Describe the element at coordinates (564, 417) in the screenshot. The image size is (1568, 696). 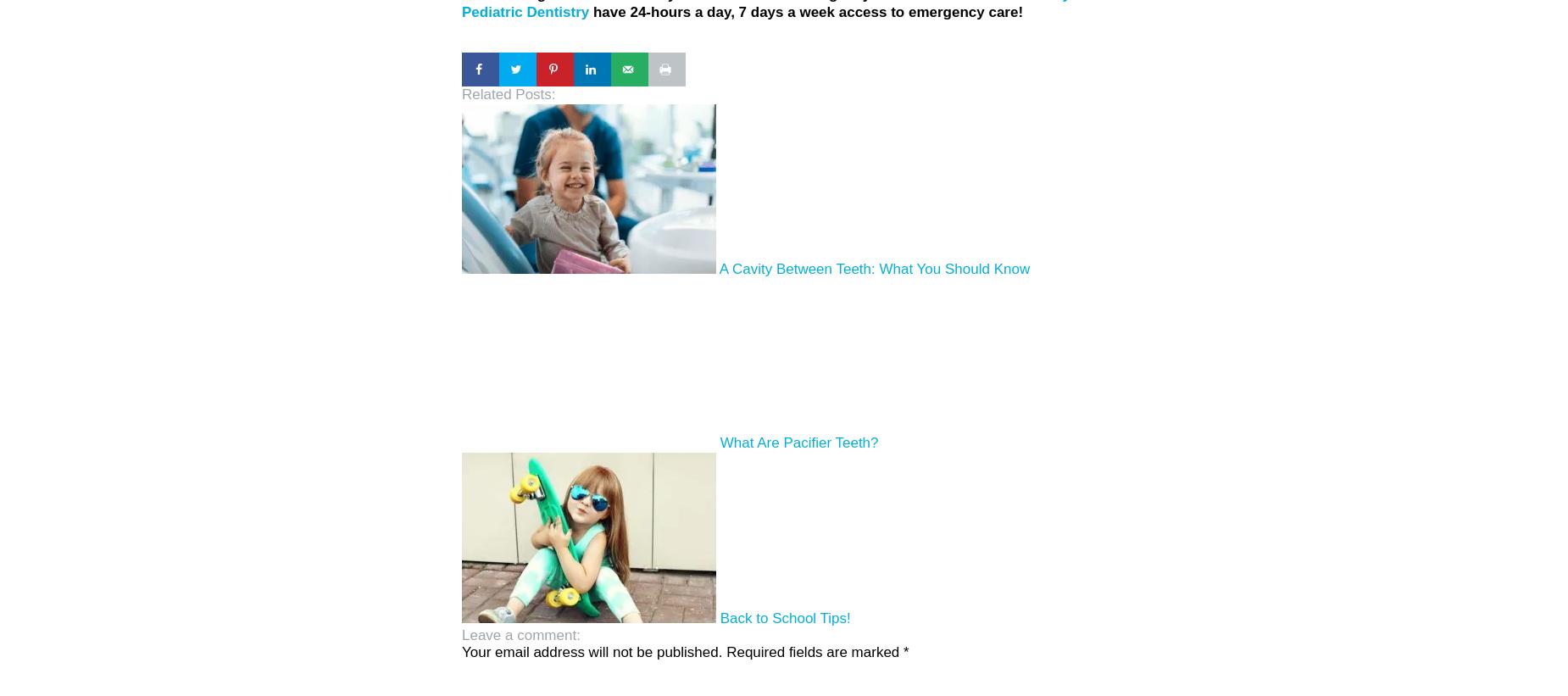
I see `'A Cavity Between Teeth: What You Should Know'` at that location.